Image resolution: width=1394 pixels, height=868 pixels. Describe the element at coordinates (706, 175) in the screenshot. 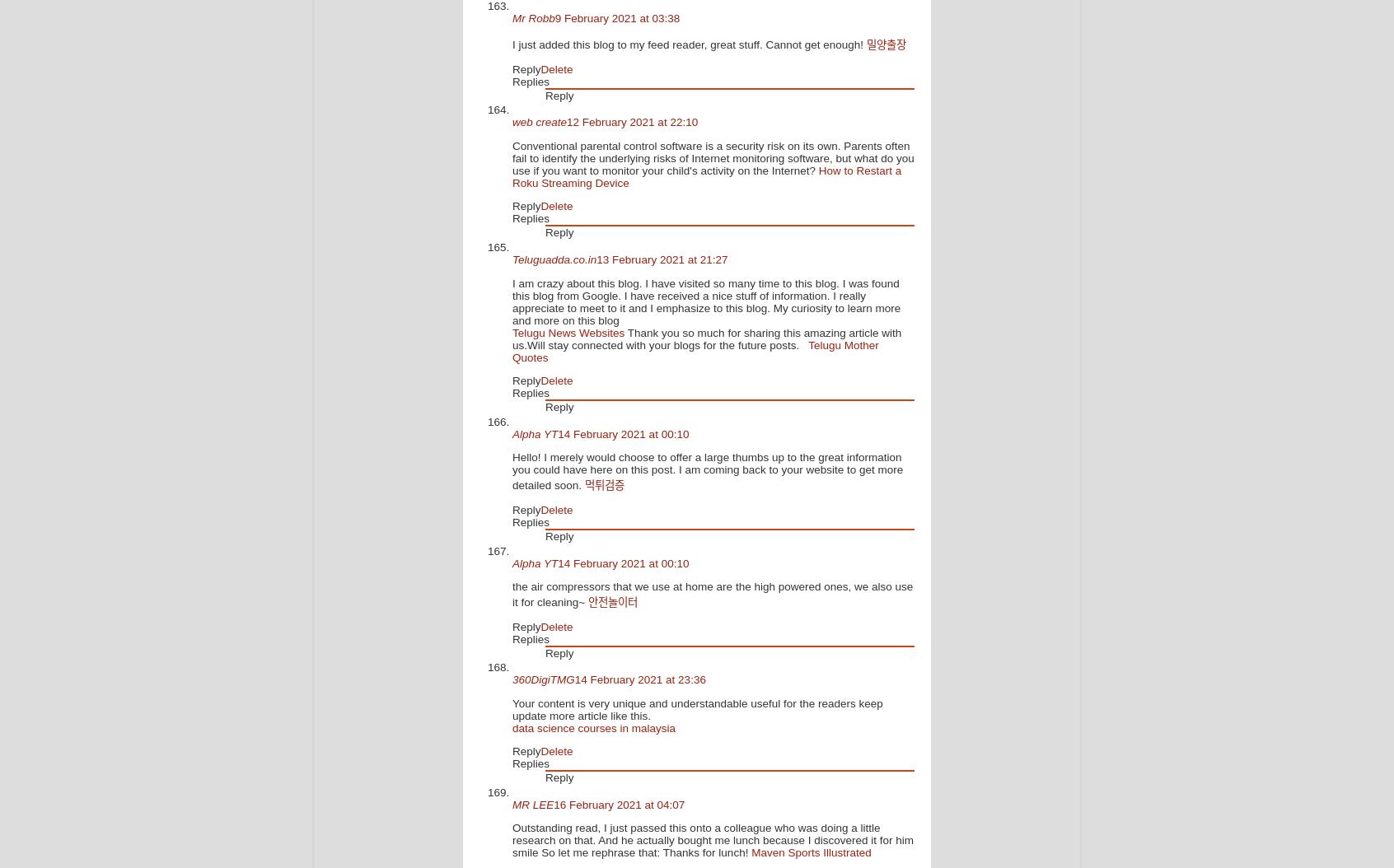

I see `'How to Restart a Roku Streaming Device'` at that location.